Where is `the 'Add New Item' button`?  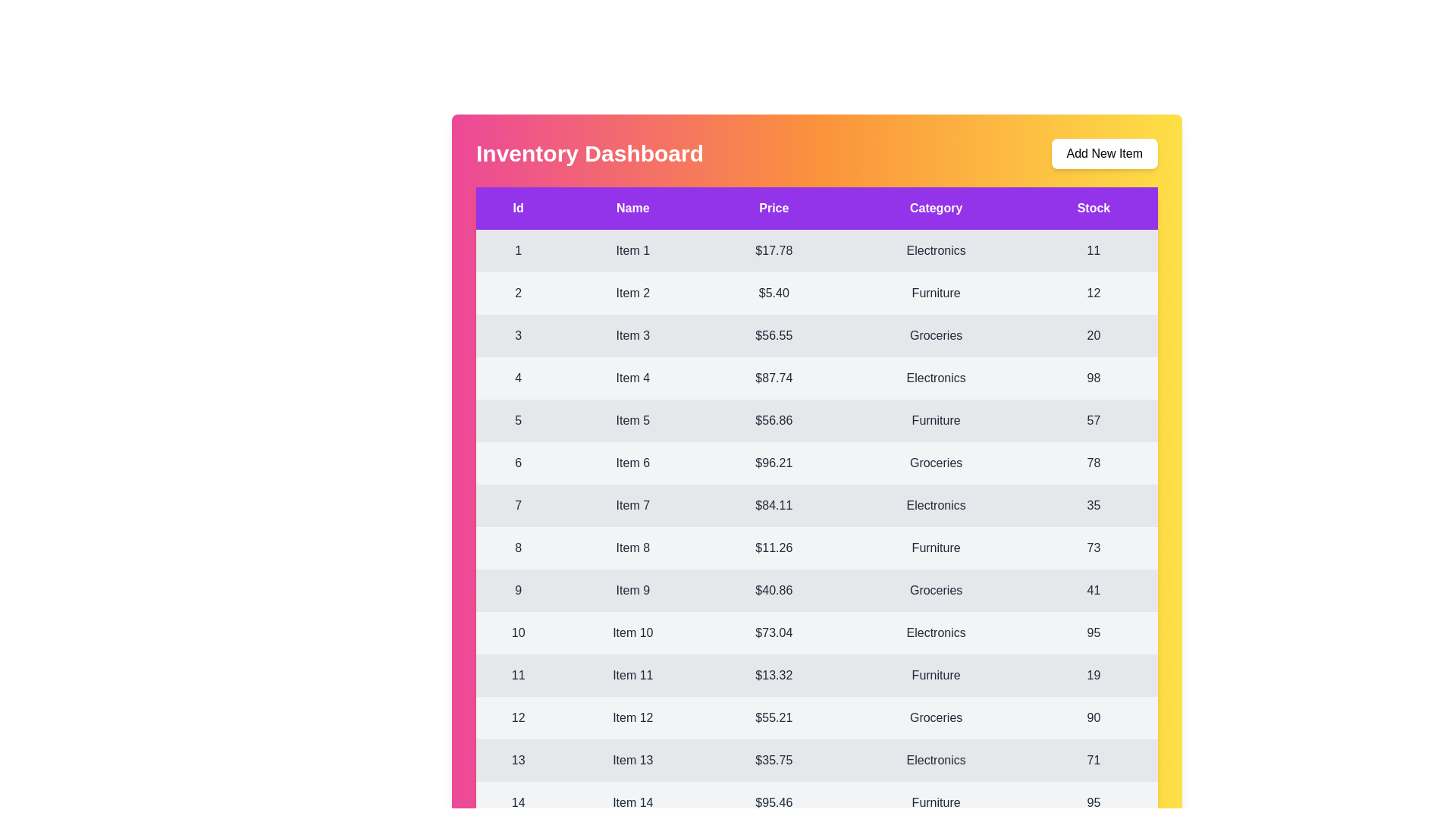
the 'Add New Item' button is located at coordinates (1104, 154).